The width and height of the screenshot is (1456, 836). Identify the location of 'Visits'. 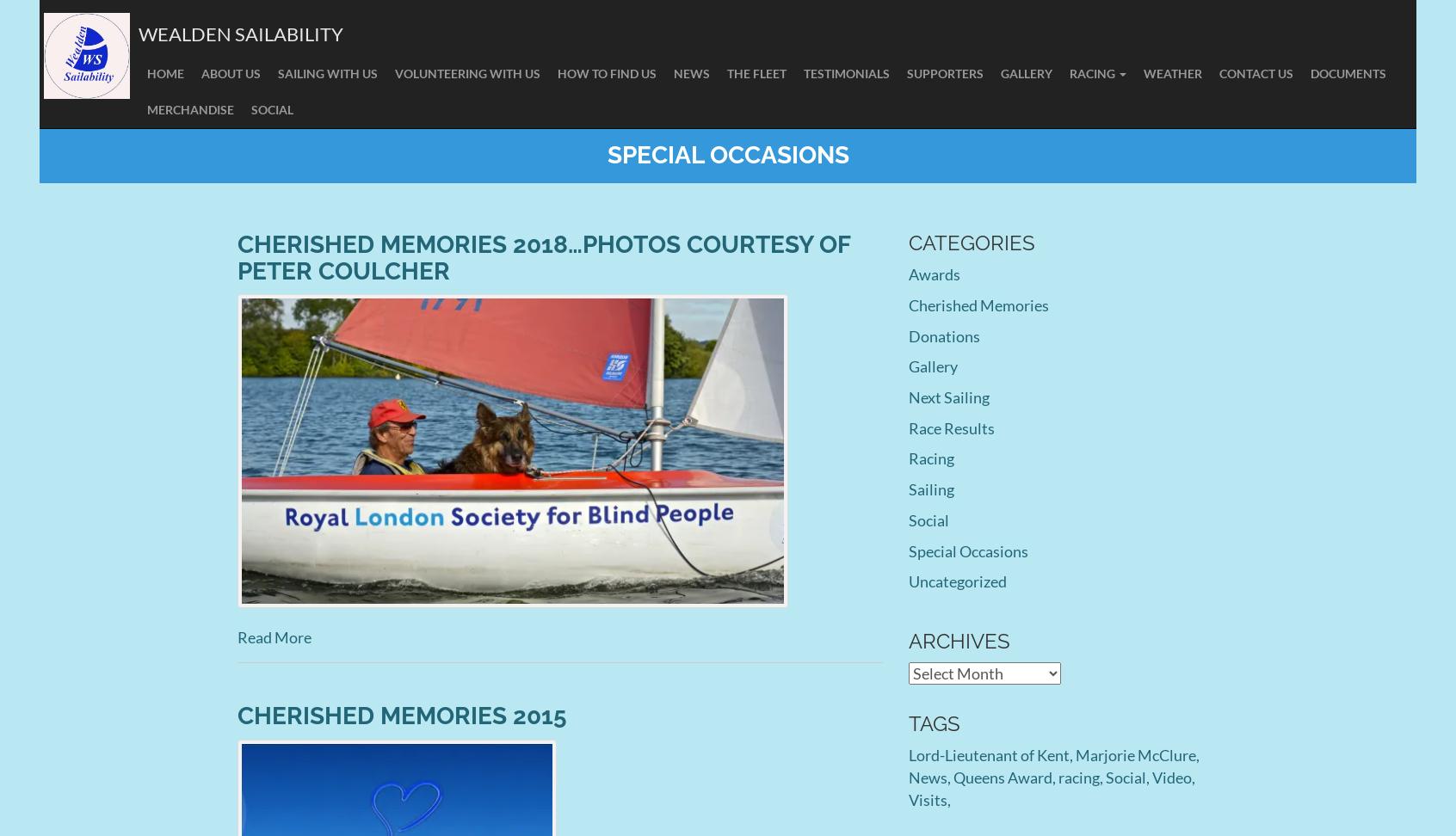
(907, 798).